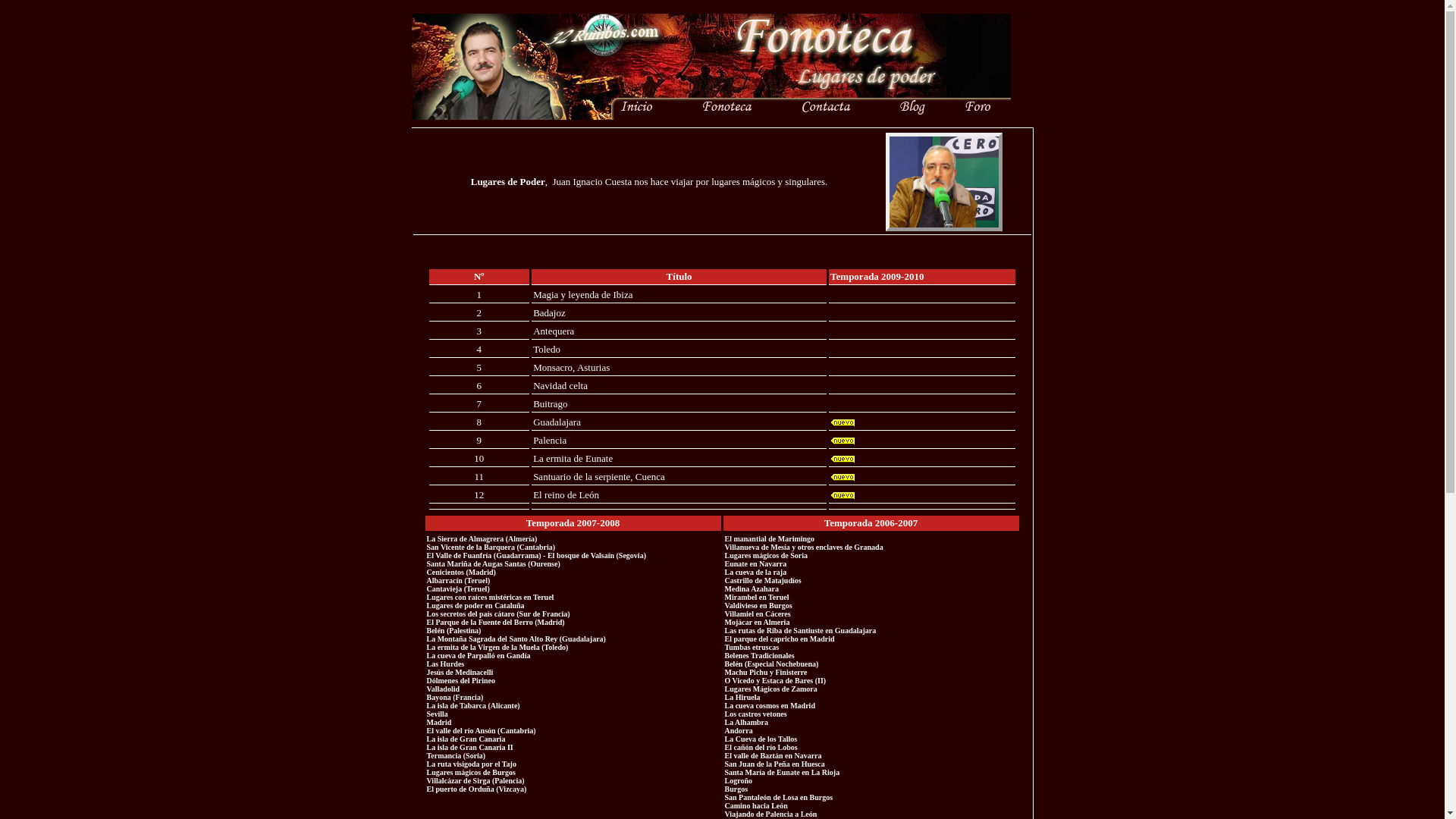 This screenshot has height=819, width=1456. What do you see at coordinates (723, 630) in the screenshot?
I see `'Las rutas de Riba de Santiuste en Guadalajara'` at bounding box center [723, 630].